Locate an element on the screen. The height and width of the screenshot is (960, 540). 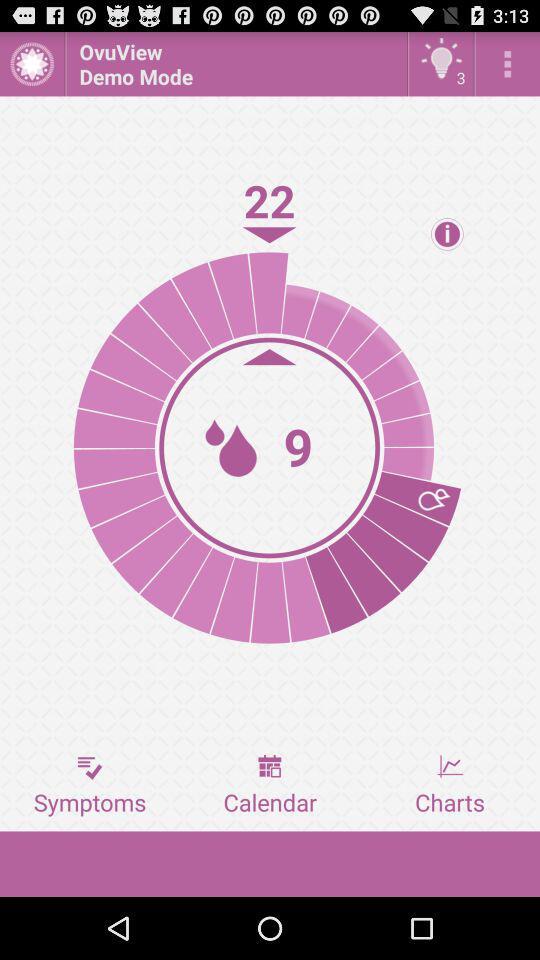
symptoms item is located at coordinates (89, 785).